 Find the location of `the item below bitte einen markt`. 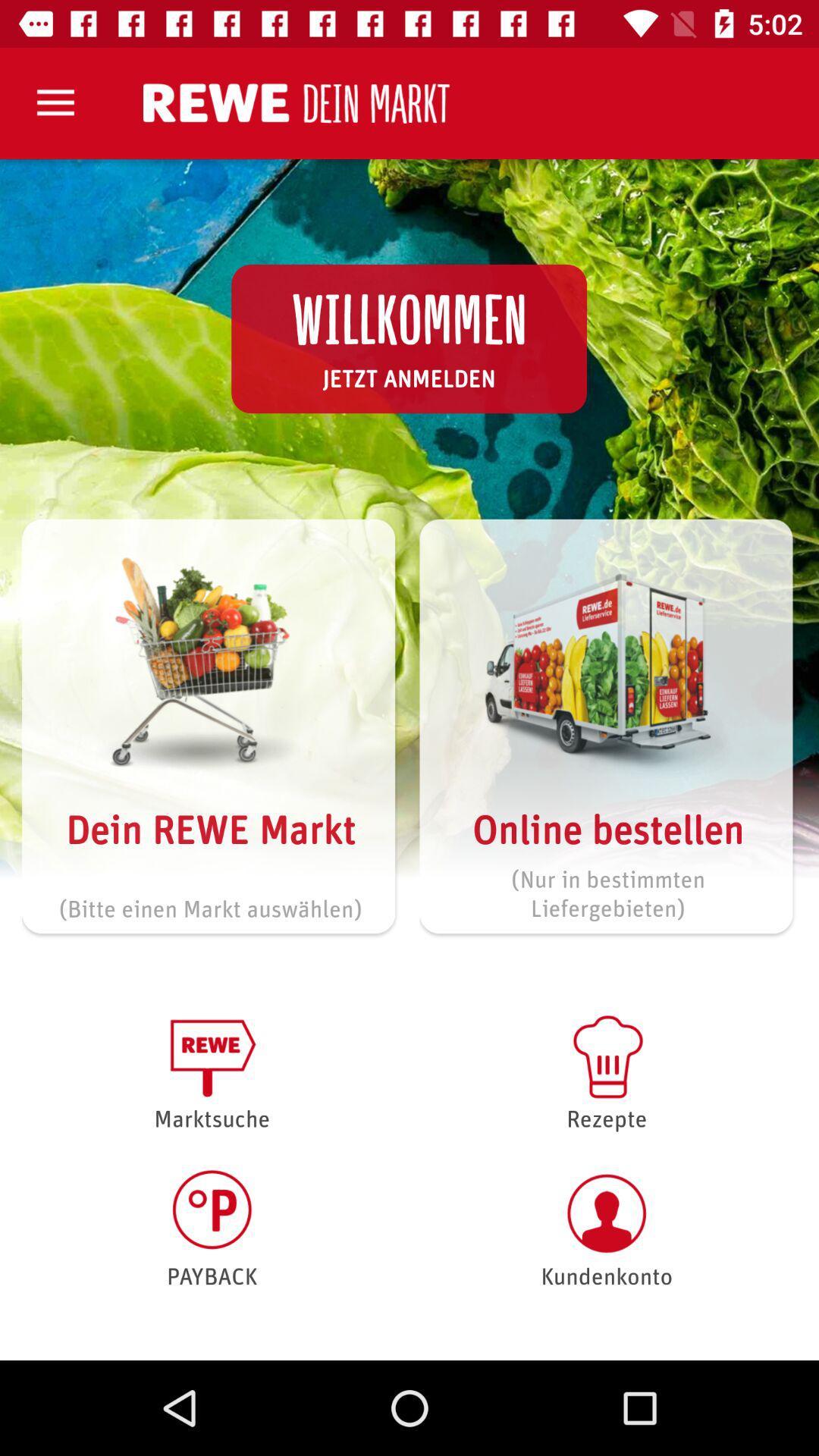

the item below bitte einen markt is located at coordinates (212, 1070).